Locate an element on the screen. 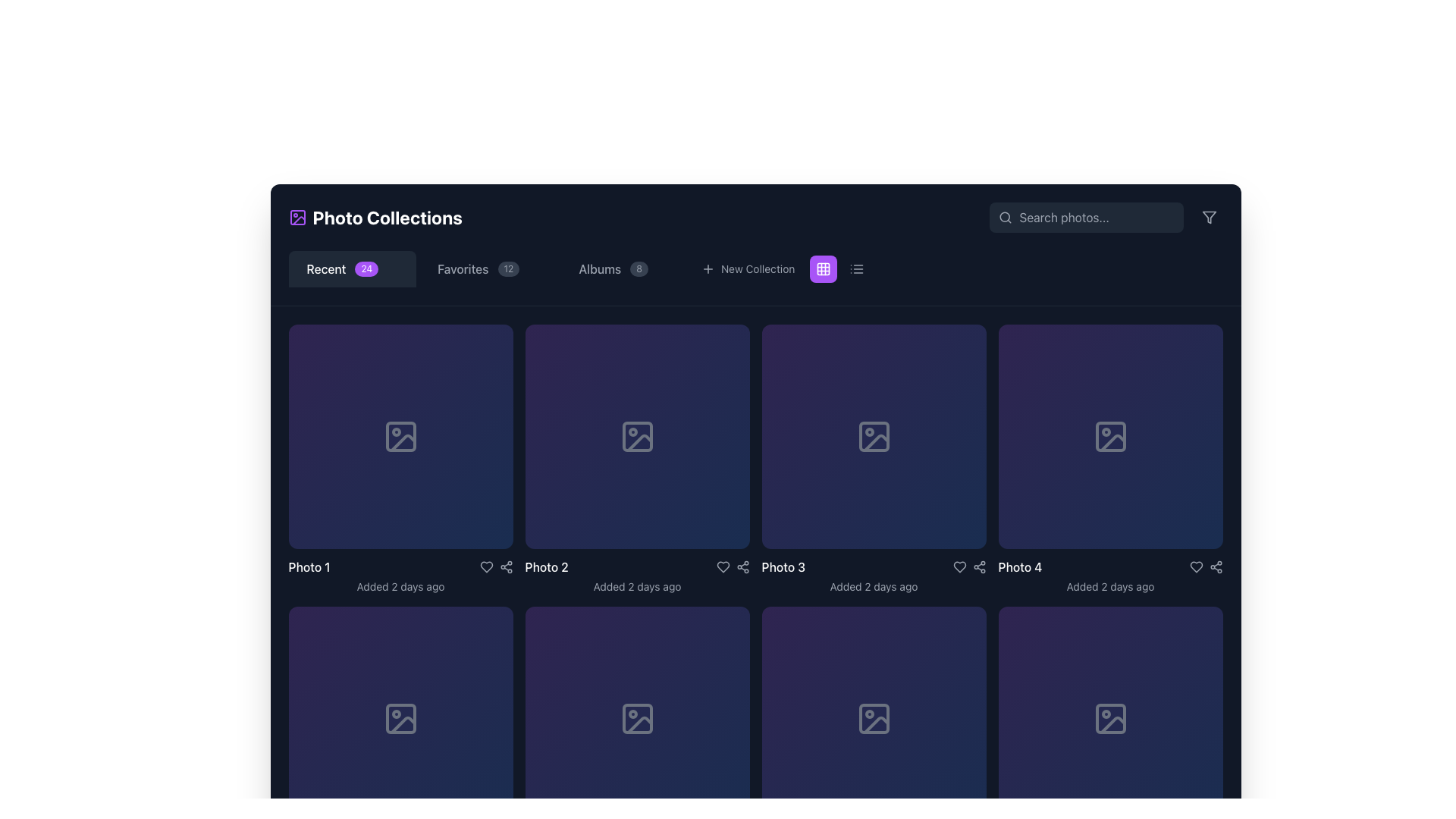 Image resolution: width=1456 pixels, height=819 pixels. the view mode toggle button located next to a purple background element with a grid icon in the horizontal toolbar at the top center of the page is located at coordinates (857, 268).